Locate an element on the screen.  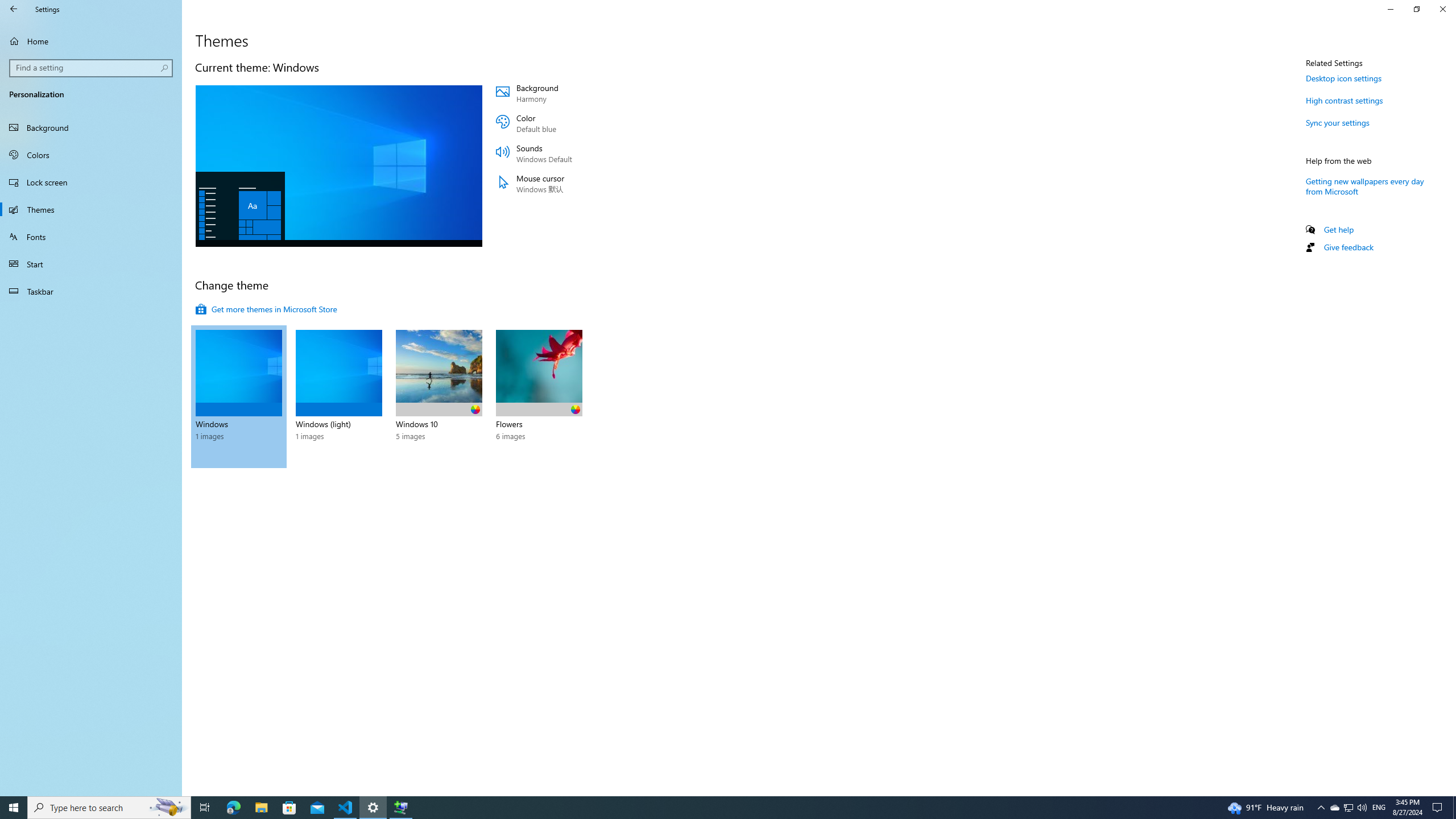
'Back' is located at coordinates (14, 9).